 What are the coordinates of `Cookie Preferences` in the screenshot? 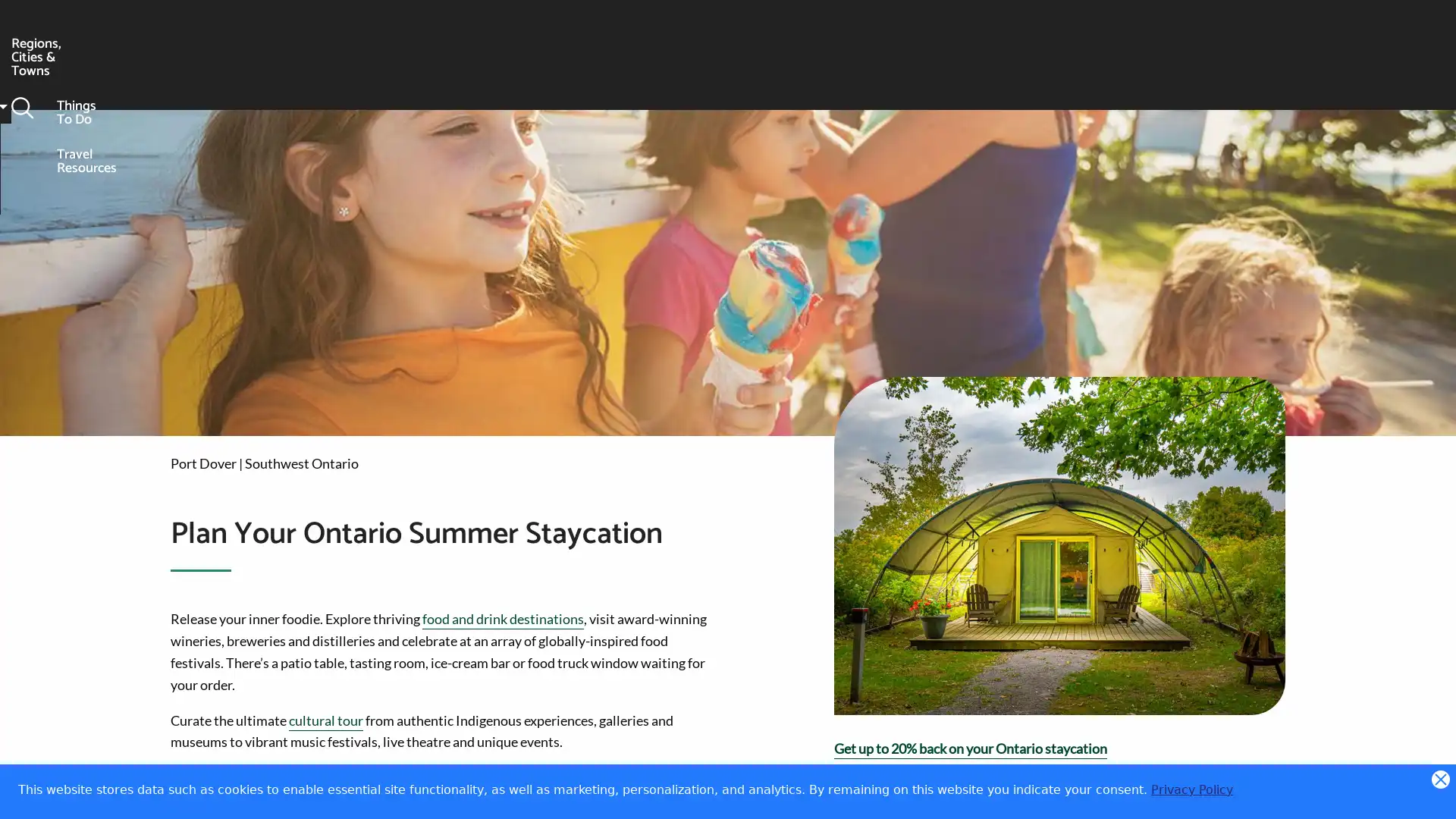 It's located at (1430, 794).